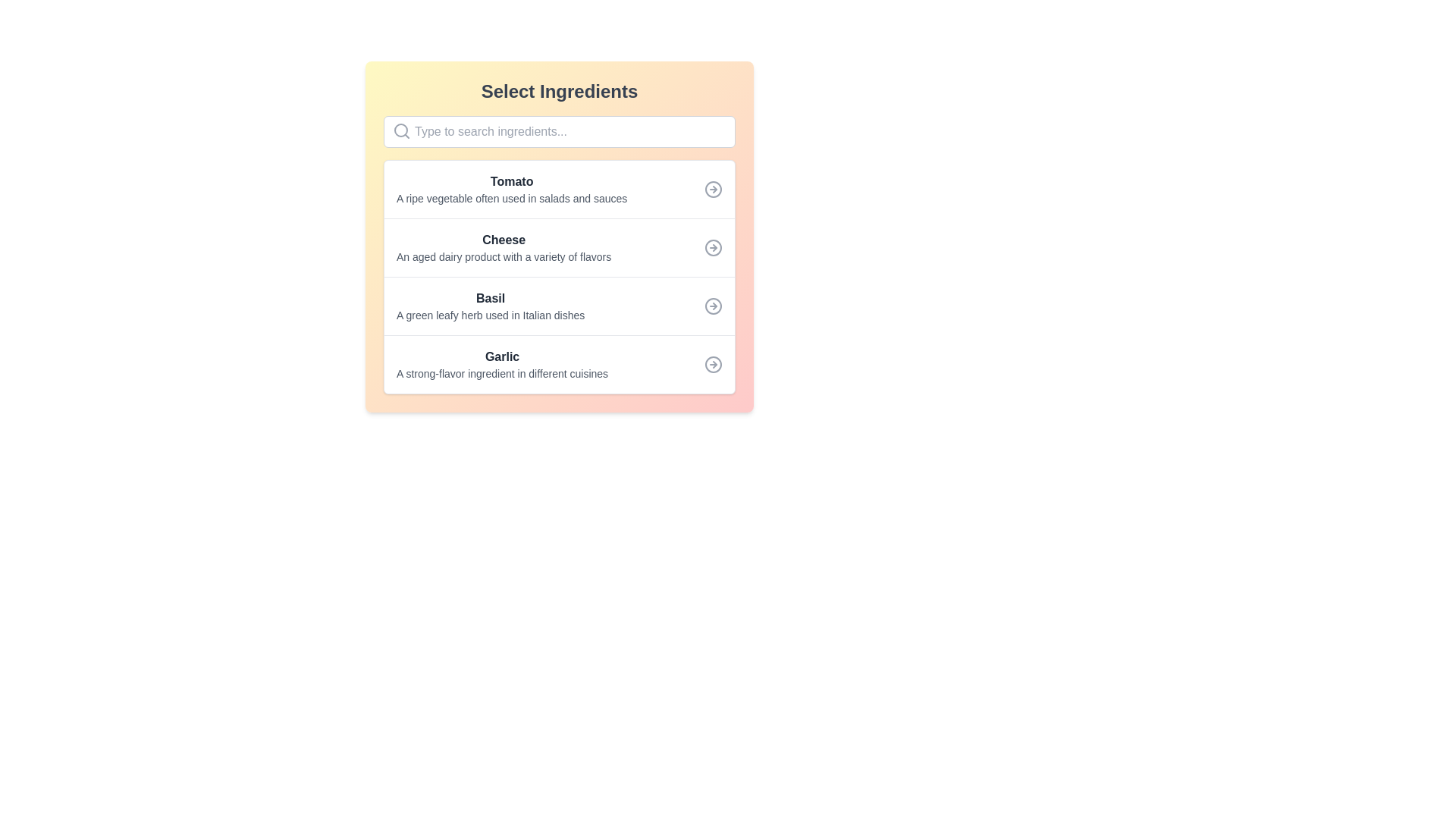 This screenshot has height=819, width=1456. Describe the element at coordinates (559, 130) in the screenshot. I see `the search bar located beneath the title 'Select Ingredients' to focus on the field` at that location.